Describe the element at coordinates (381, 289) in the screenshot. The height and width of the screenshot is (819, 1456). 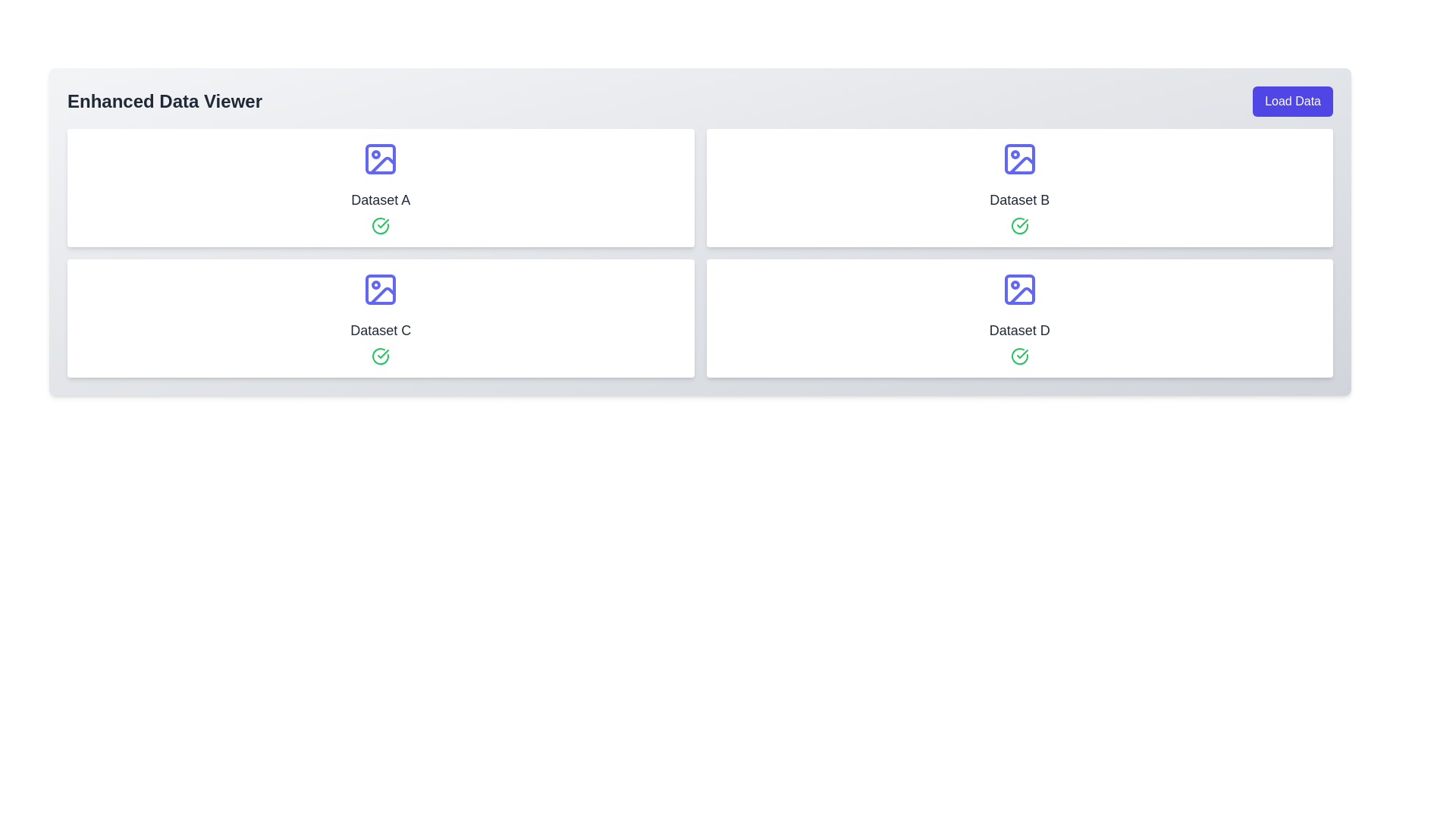
I see `the blue icon representing the sun or moon located at the top center of the card labeled 'Dataset C', which is the third card in the grid` at that location.